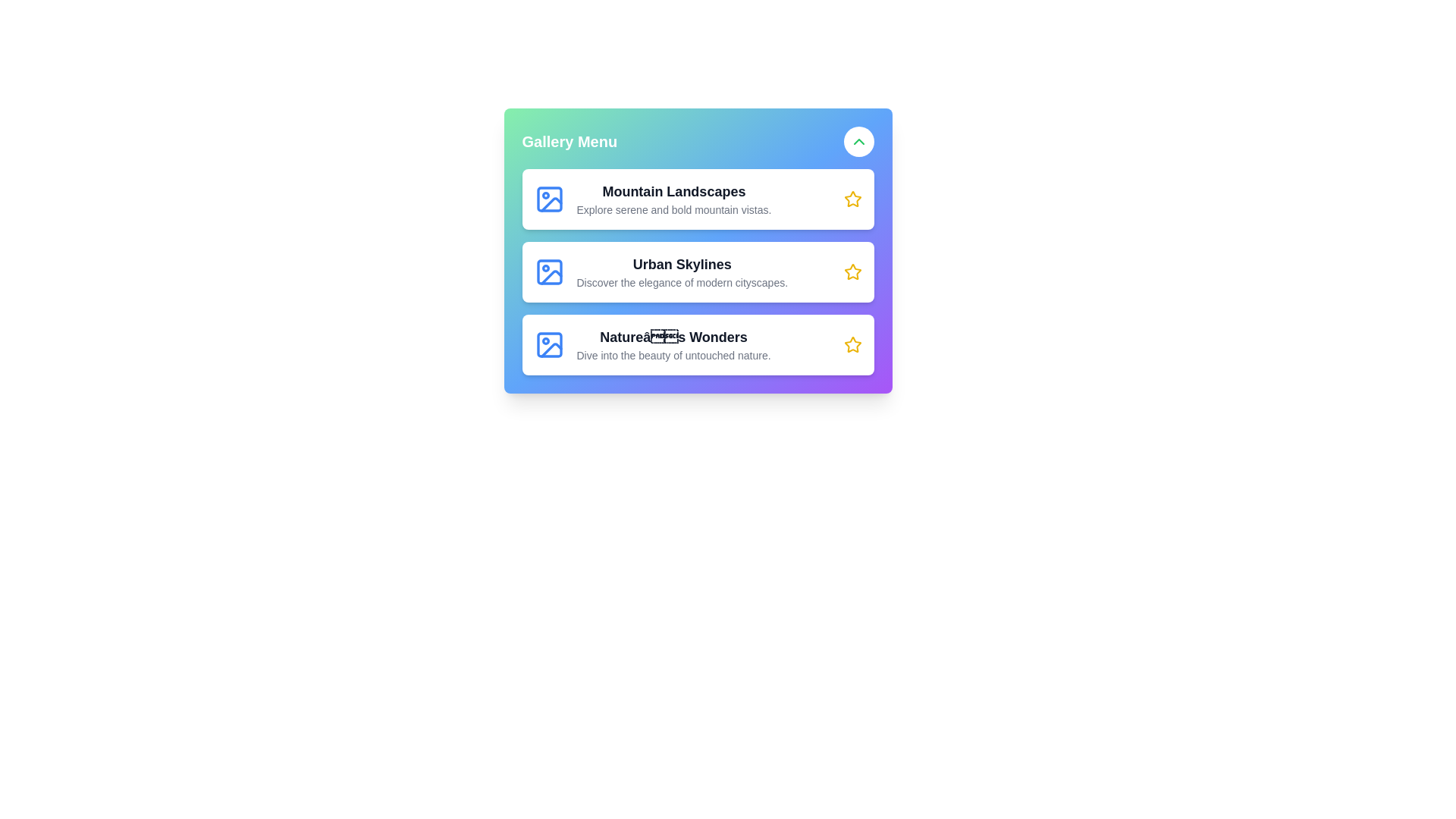 The height and width of the screenshot is (819, 1456). What do you see at coordinates (852, 271) in the screenshot?
I see `the star icon corresponding to the gallery item Urban Skylines to mark it as a favorite` at bounding box center [852, 271].